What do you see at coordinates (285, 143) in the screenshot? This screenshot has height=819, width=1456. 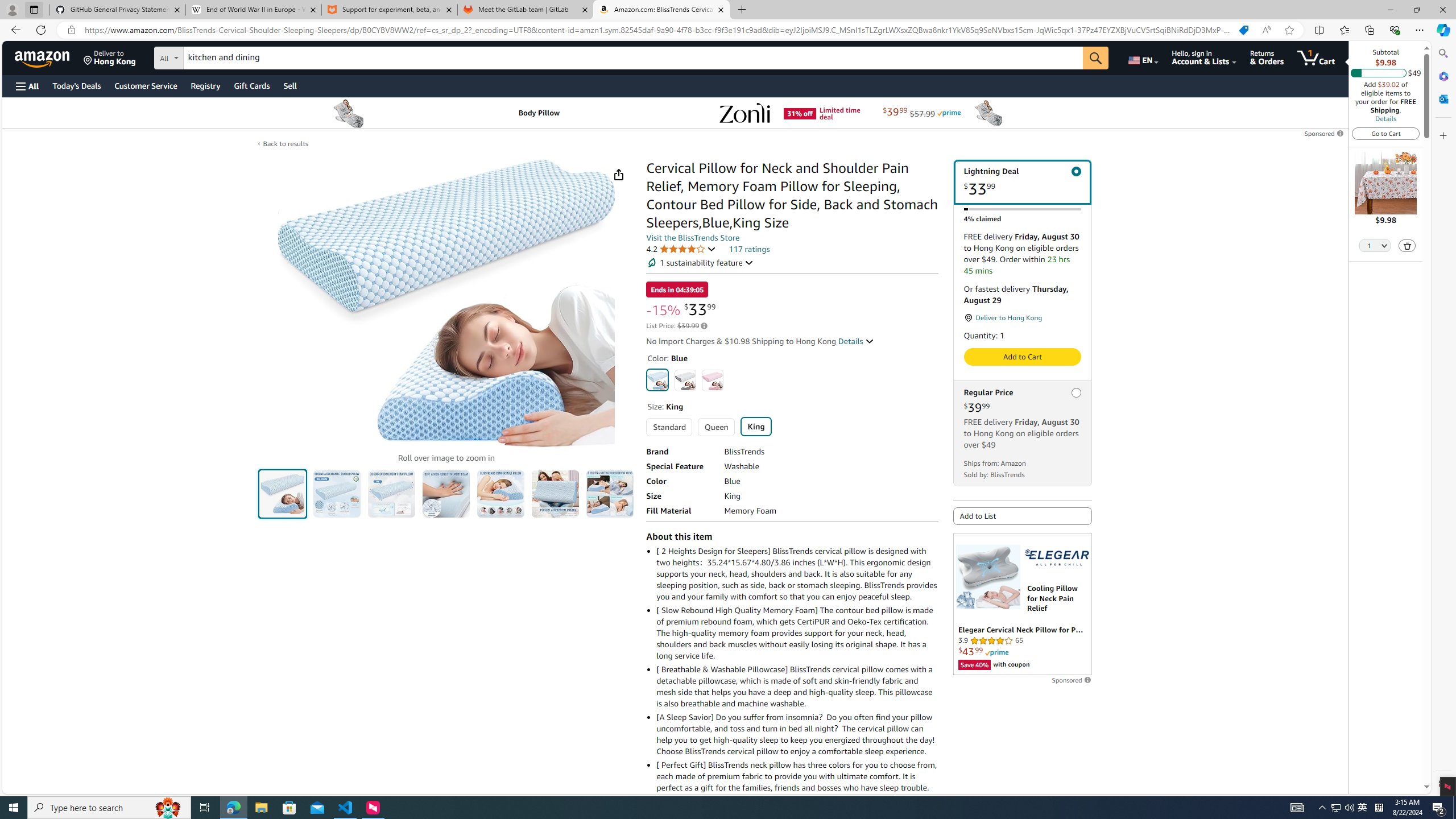 I see `'Back to results'` at bounding box center [285, 143].